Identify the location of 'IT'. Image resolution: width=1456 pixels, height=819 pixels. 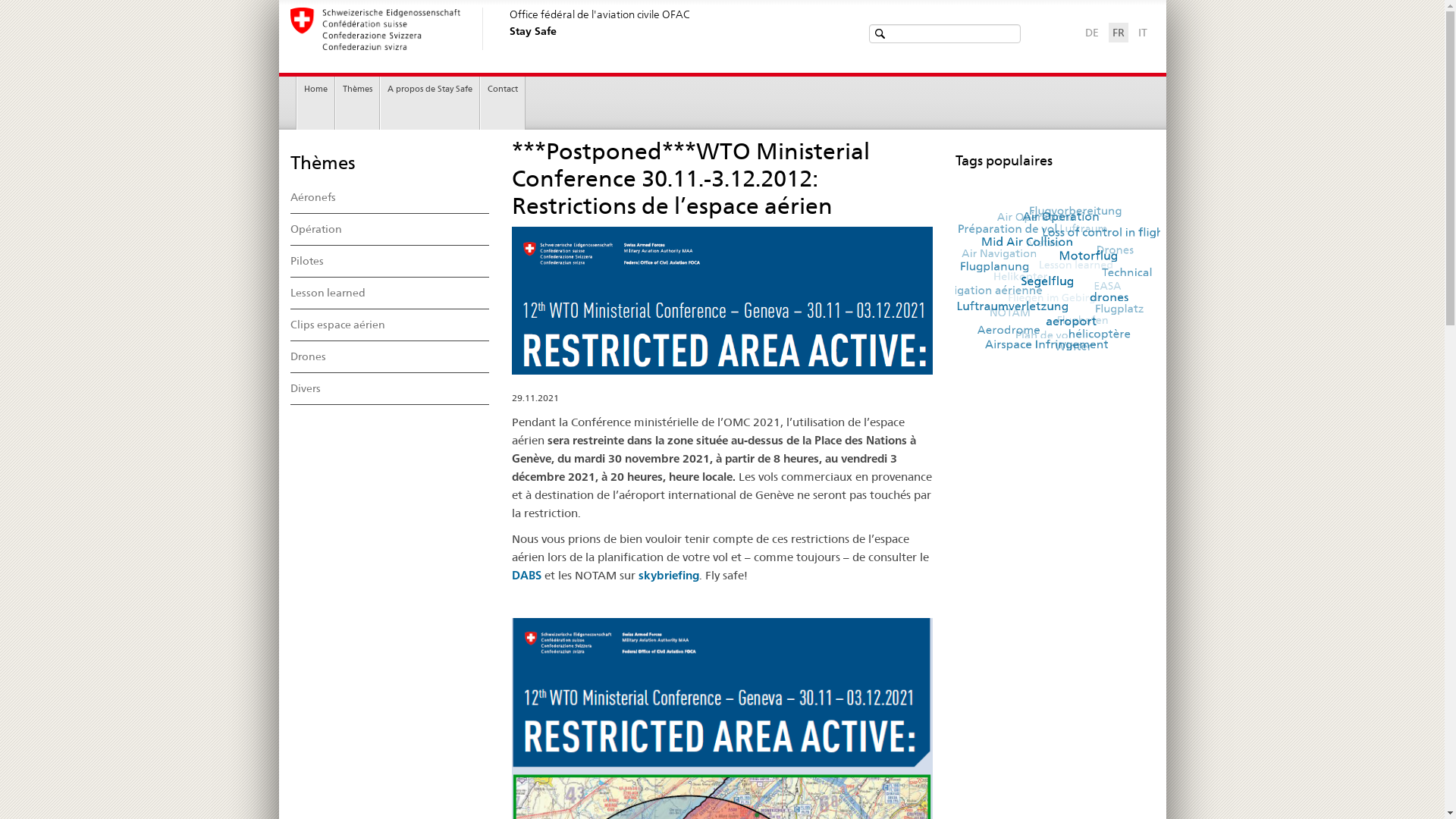
(1137, 32).